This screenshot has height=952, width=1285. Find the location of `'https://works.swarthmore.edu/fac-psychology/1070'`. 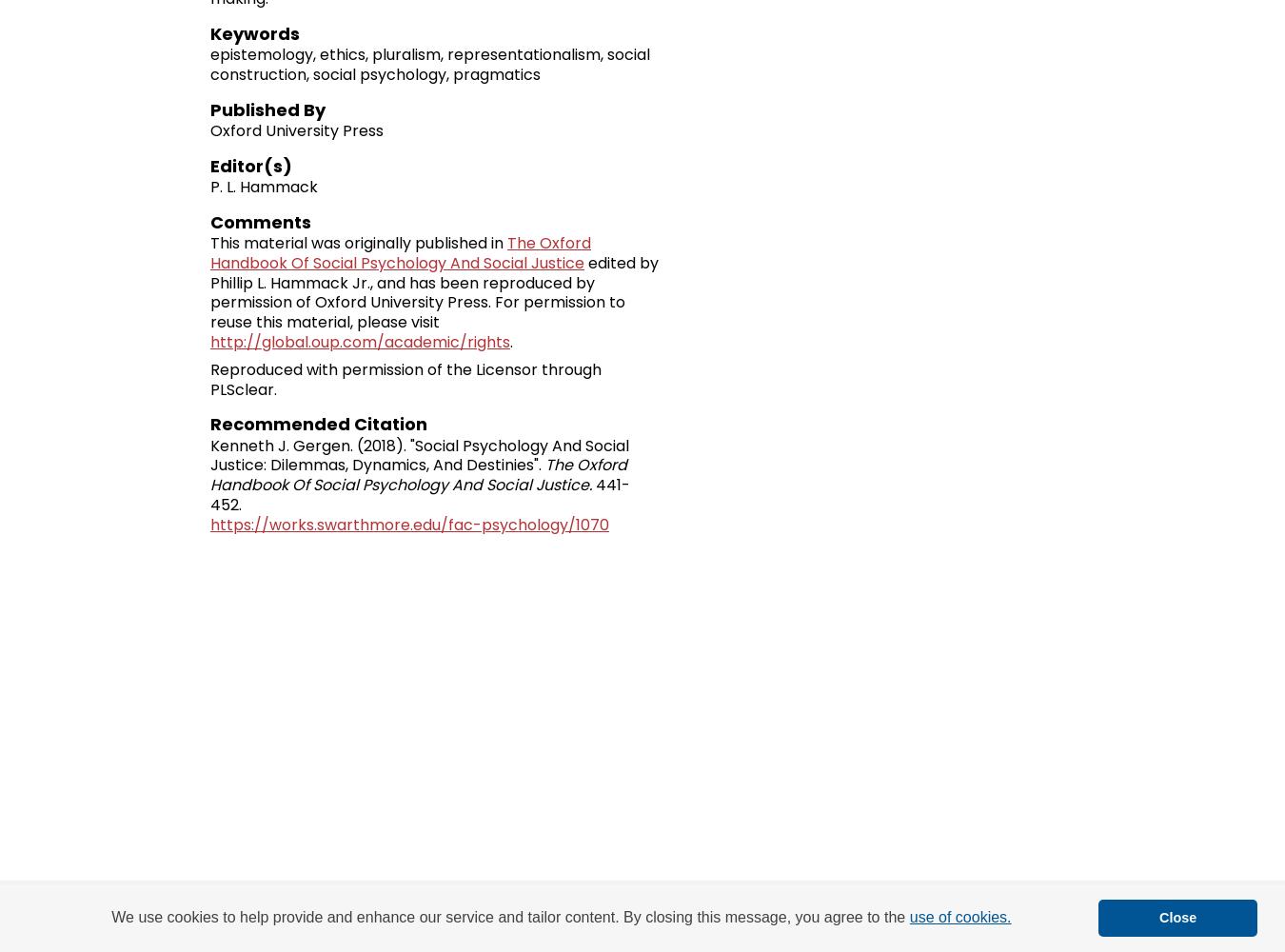

'https://works.swarthmore.edu/fac-psychology/1070' is located at coordinates (409, 524).